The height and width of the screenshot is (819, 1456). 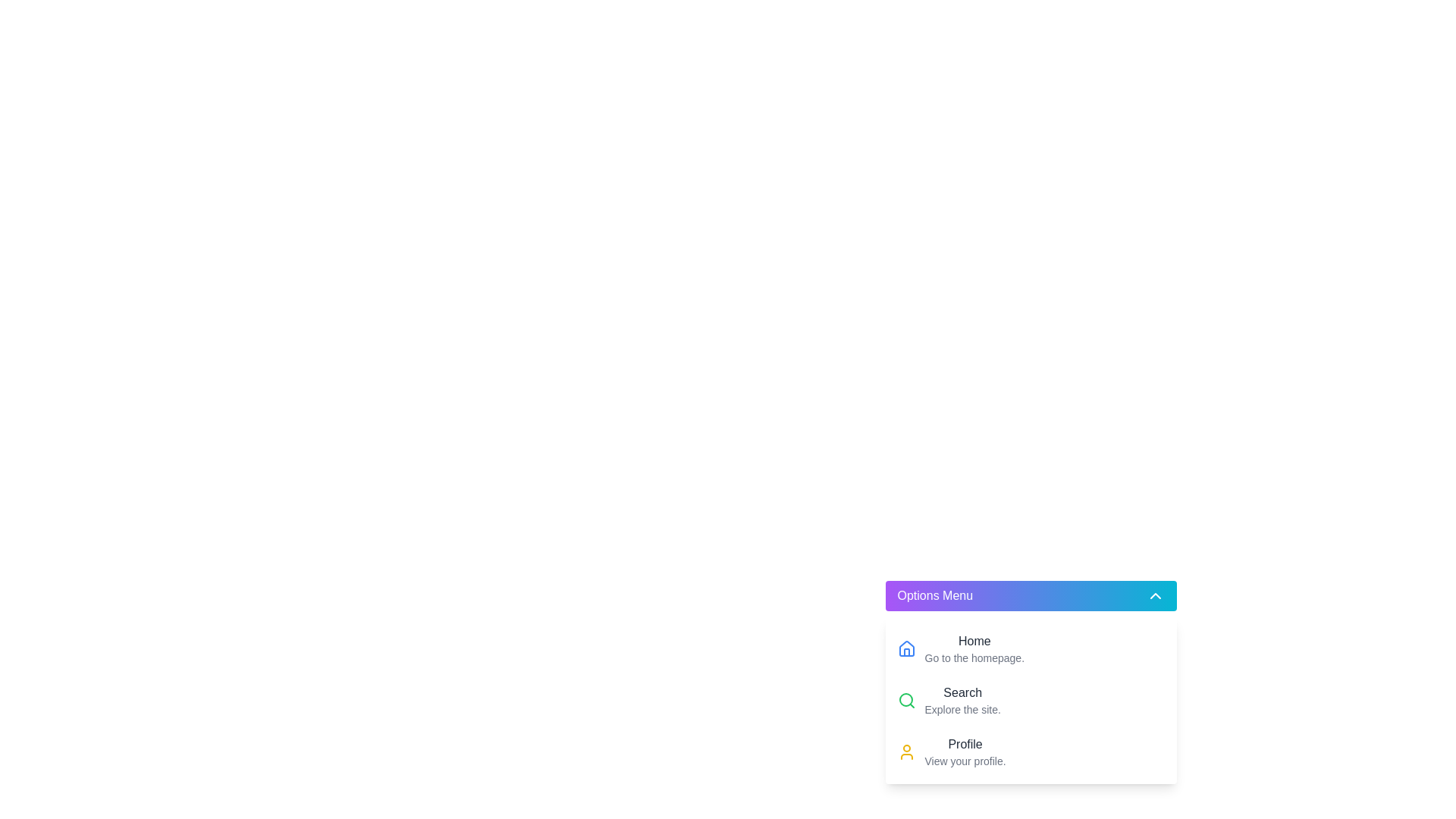 What do you see at coordinates (965, 761) in the screenshot?
I see `the text element that reads 'View your profile.' located below the 'Profile' label in the 'Options Menu' section` at bounding box center [965, 761].